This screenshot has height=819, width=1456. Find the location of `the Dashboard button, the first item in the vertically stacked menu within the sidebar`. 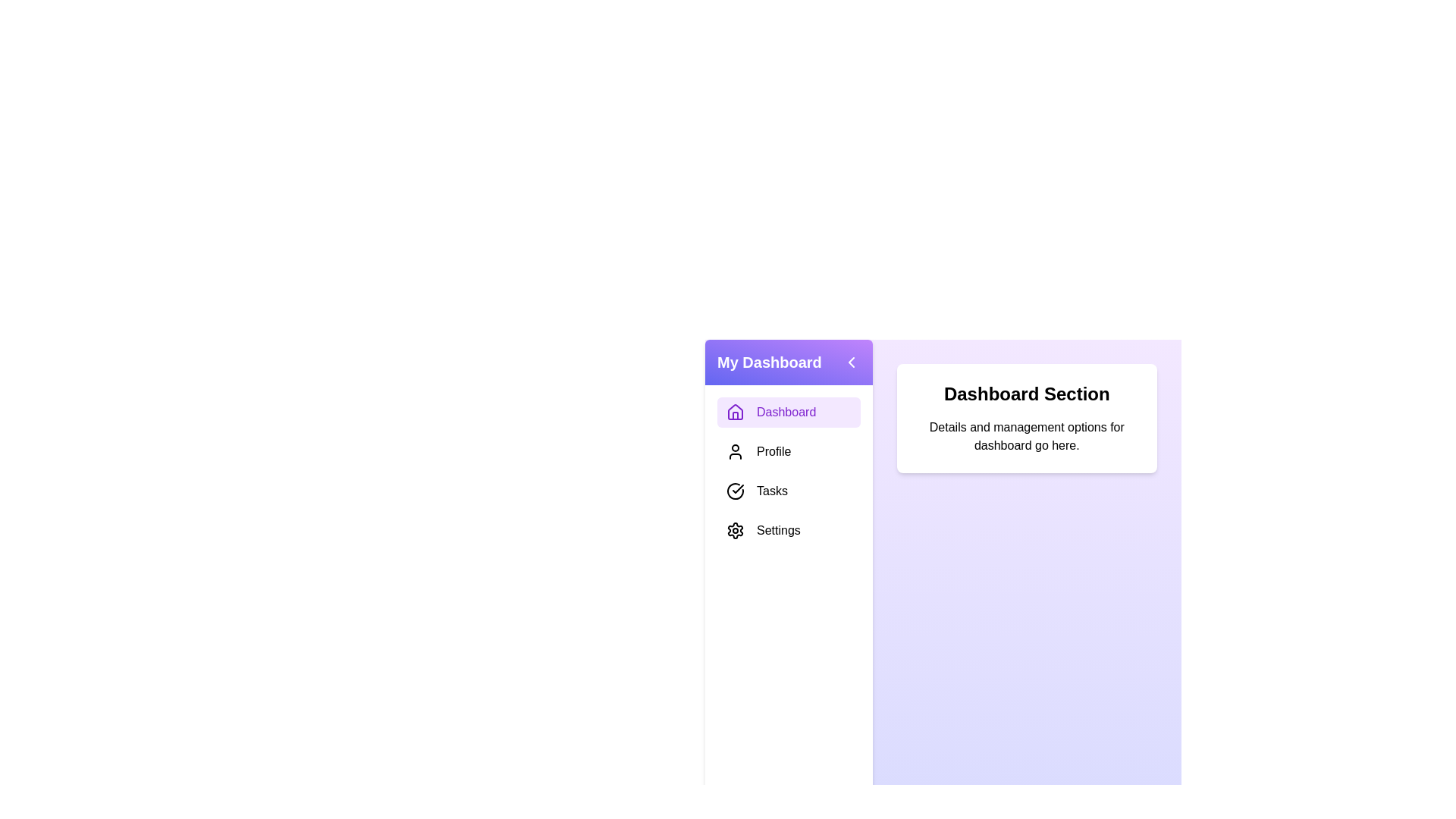

the Dashboard button, the first item in the vertically stacked menu within the sidebar is located at coordinates (789, 412).